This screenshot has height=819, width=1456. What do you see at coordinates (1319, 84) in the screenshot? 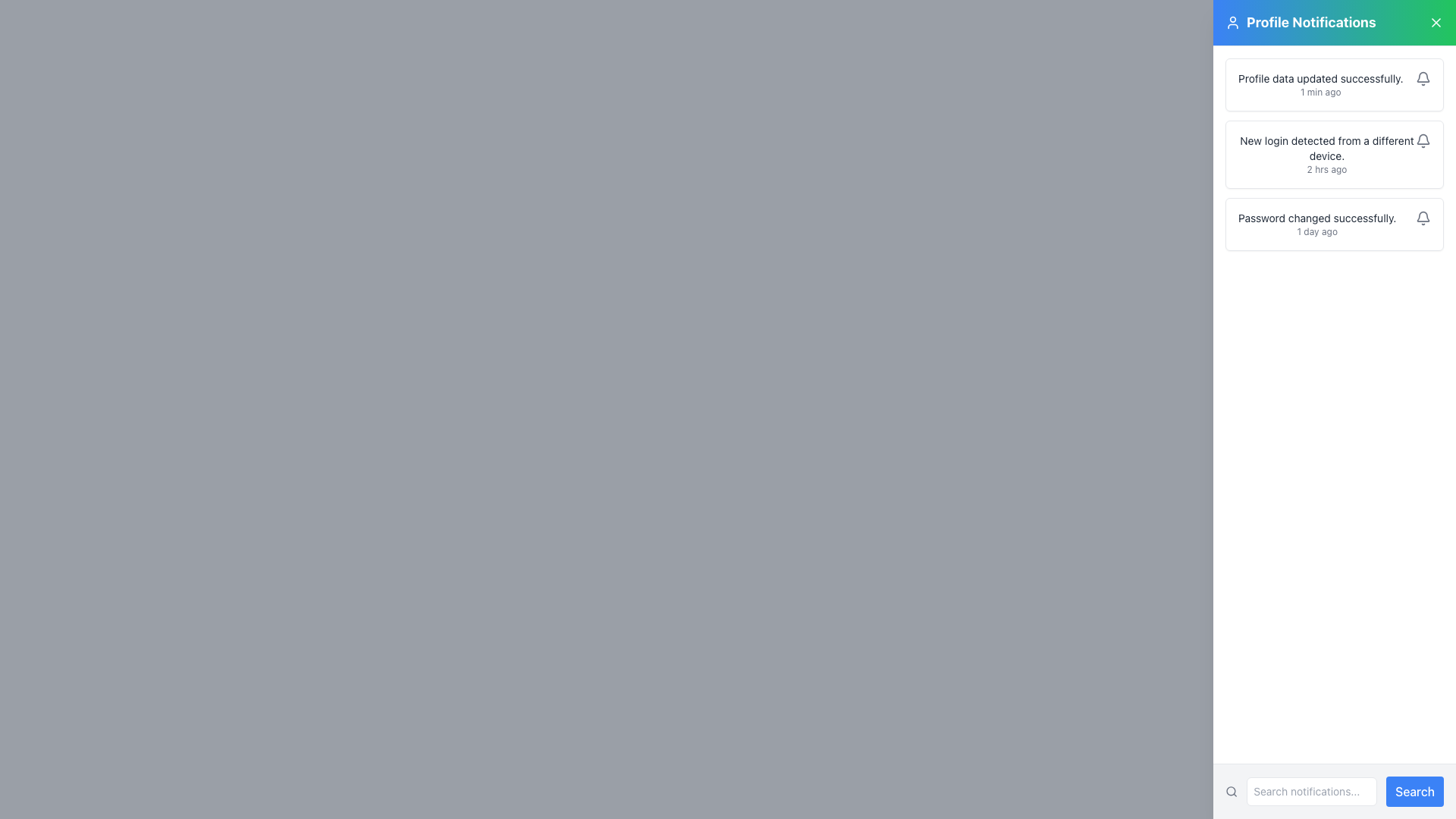
I see `the notification text block that informs users about a recent event or update related to their profile data, located in the upper part of the notification panel` at bounding box center [1319, 84].